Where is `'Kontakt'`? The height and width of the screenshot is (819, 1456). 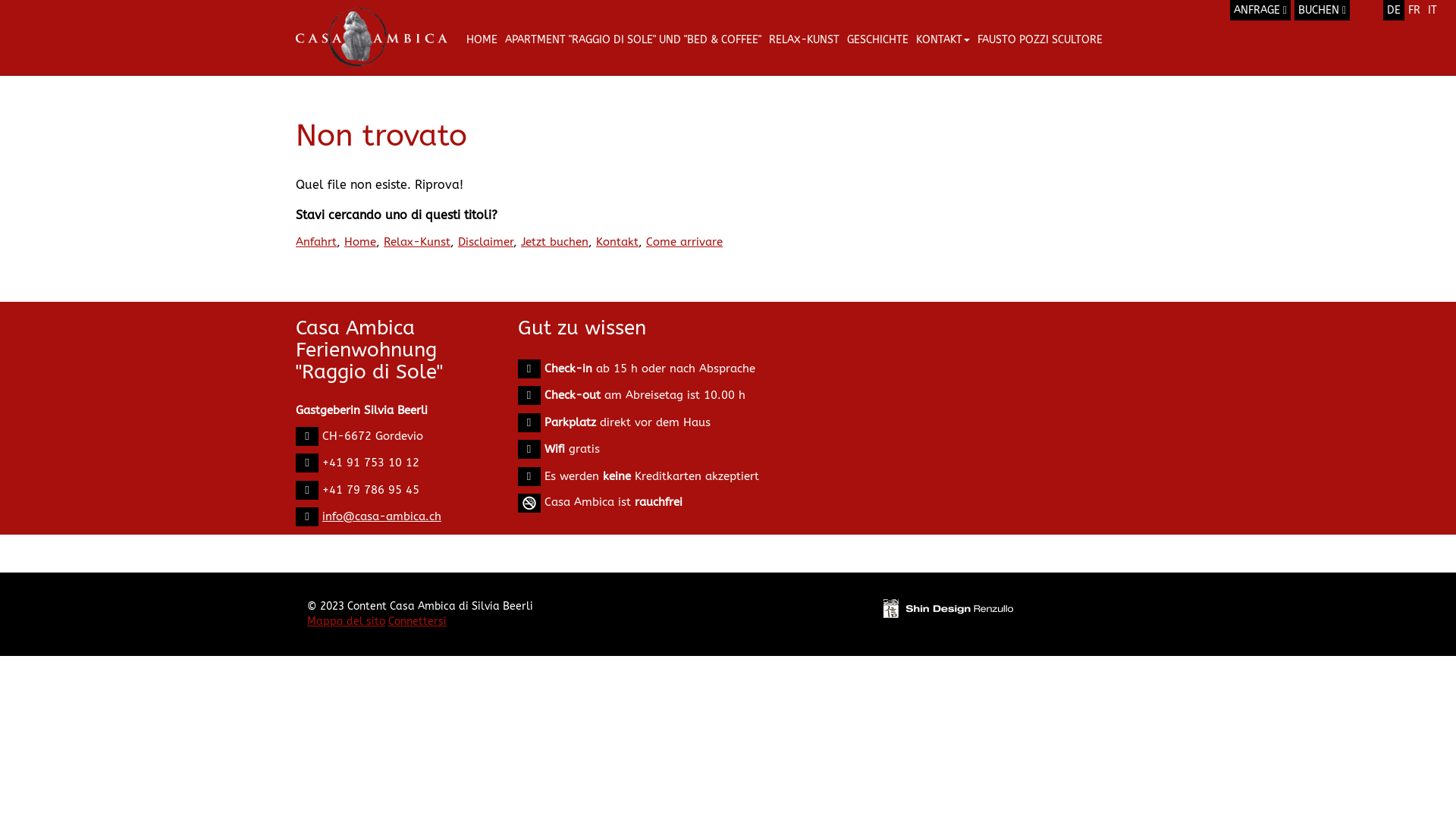 'Kontakt' is located at coordinates (595, 241).